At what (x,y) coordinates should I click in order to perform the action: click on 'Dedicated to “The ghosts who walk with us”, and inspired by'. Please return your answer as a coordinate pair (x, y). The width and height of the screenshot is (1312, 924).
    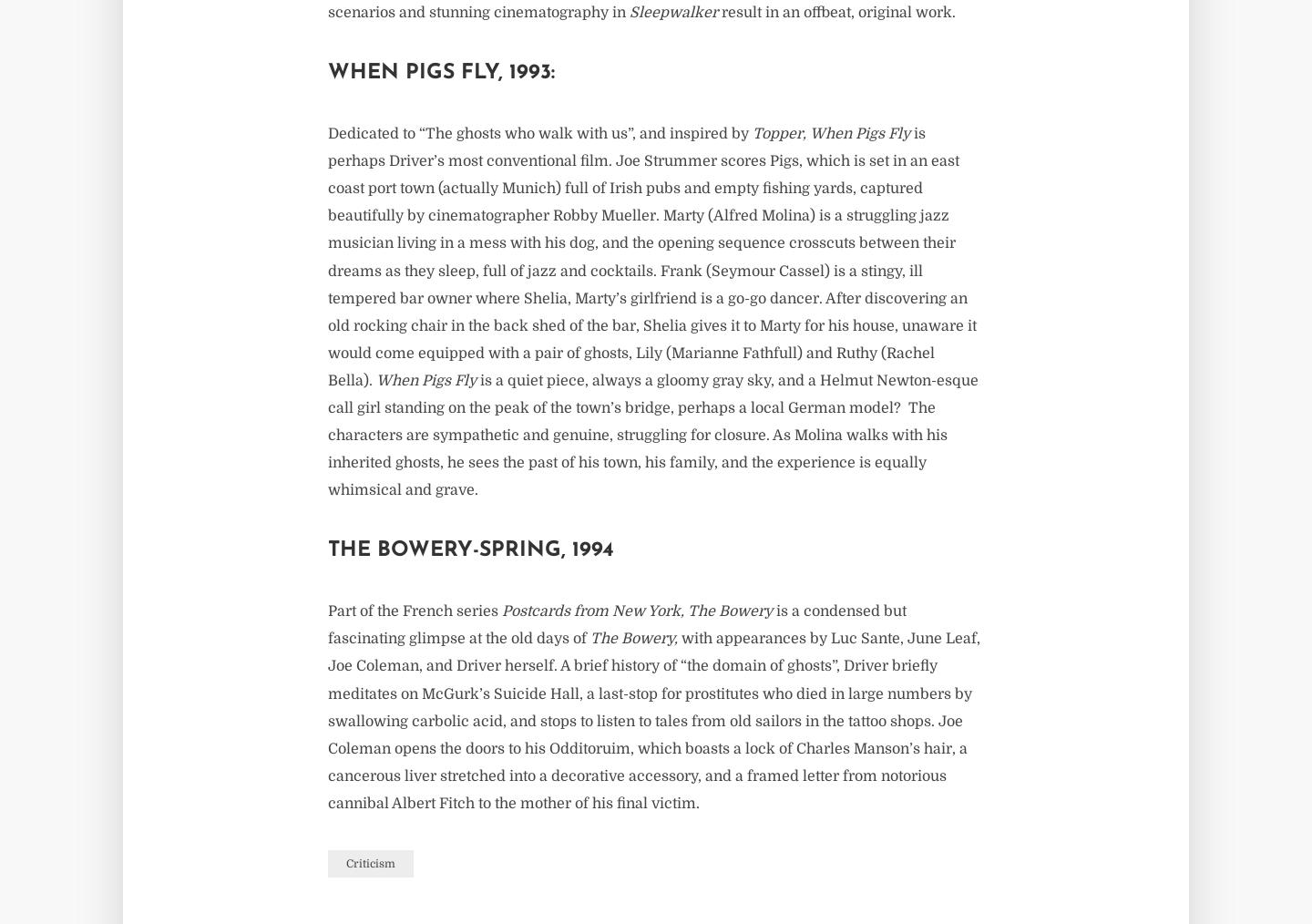
    Looking at the image, I should click on (539, 134).